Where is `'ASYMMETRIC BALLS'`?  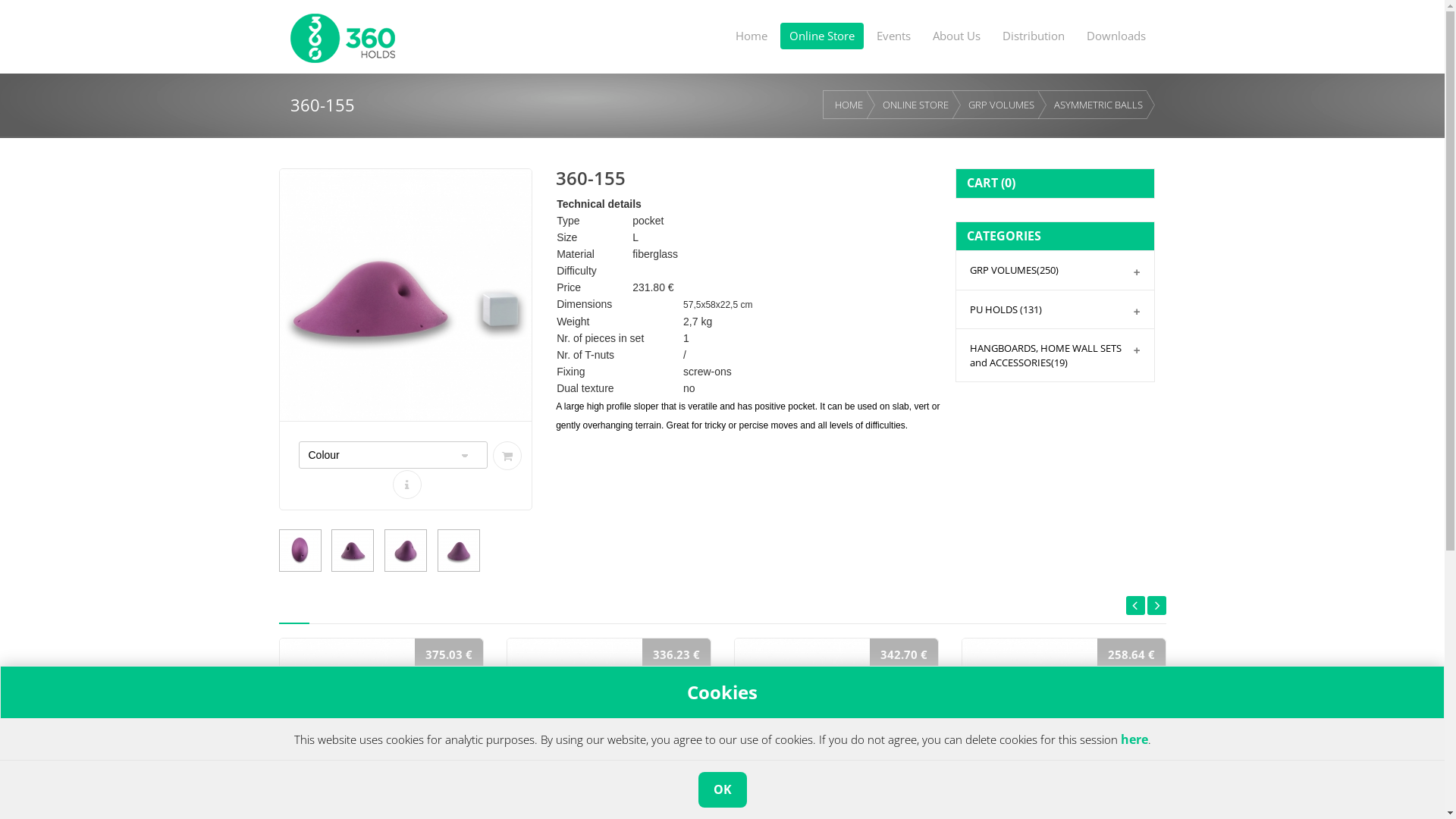
'ASYMMETRIC BALLS' is located at coordinates (1098, 104).